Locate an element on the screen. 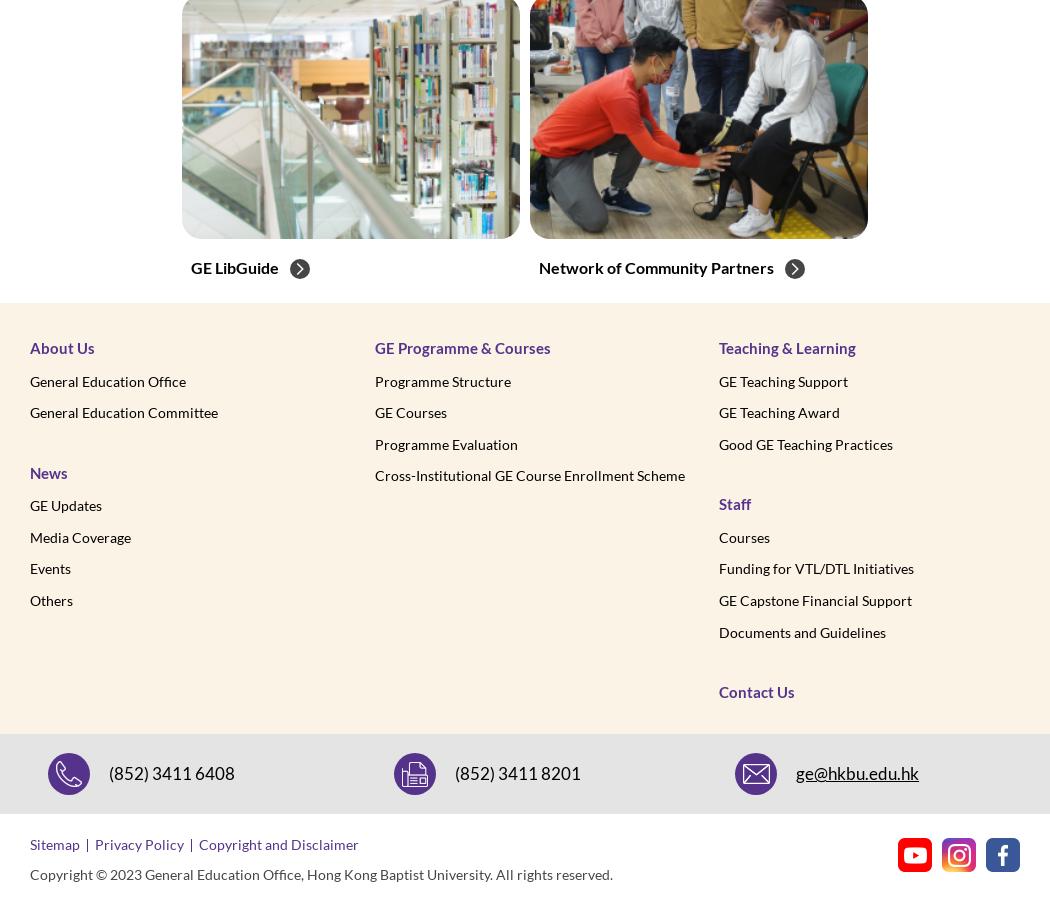 The width and height of the screenshot is (1050, 909). '(852) 3411 8201' is located at coordinates (516, 772).